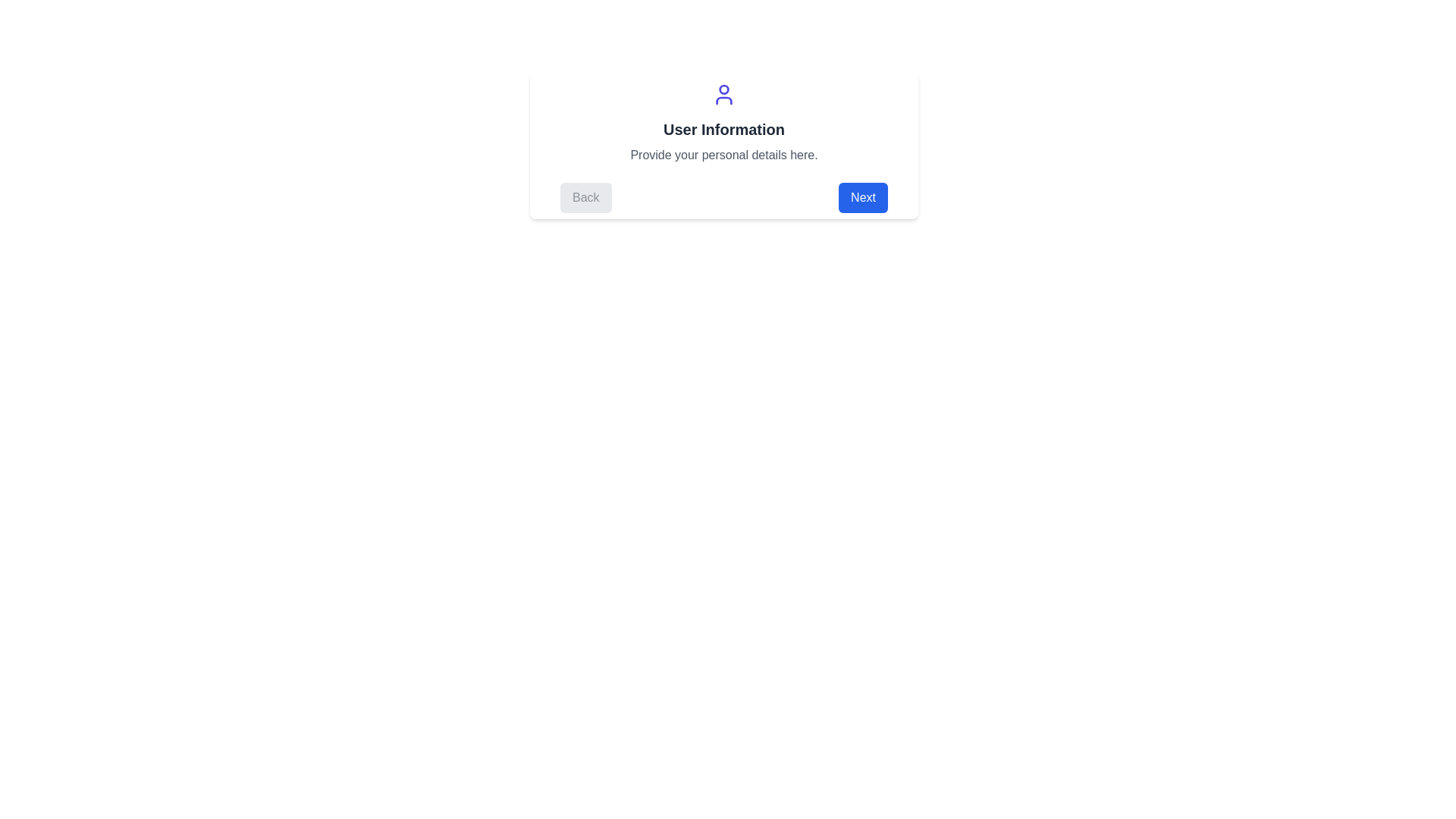 The height and width of the screenshot is (819, 1456). Describe the element at coordinates (862, 197) in the screenshot. I see `the 'Next' button to navigate to the next step` at that location.